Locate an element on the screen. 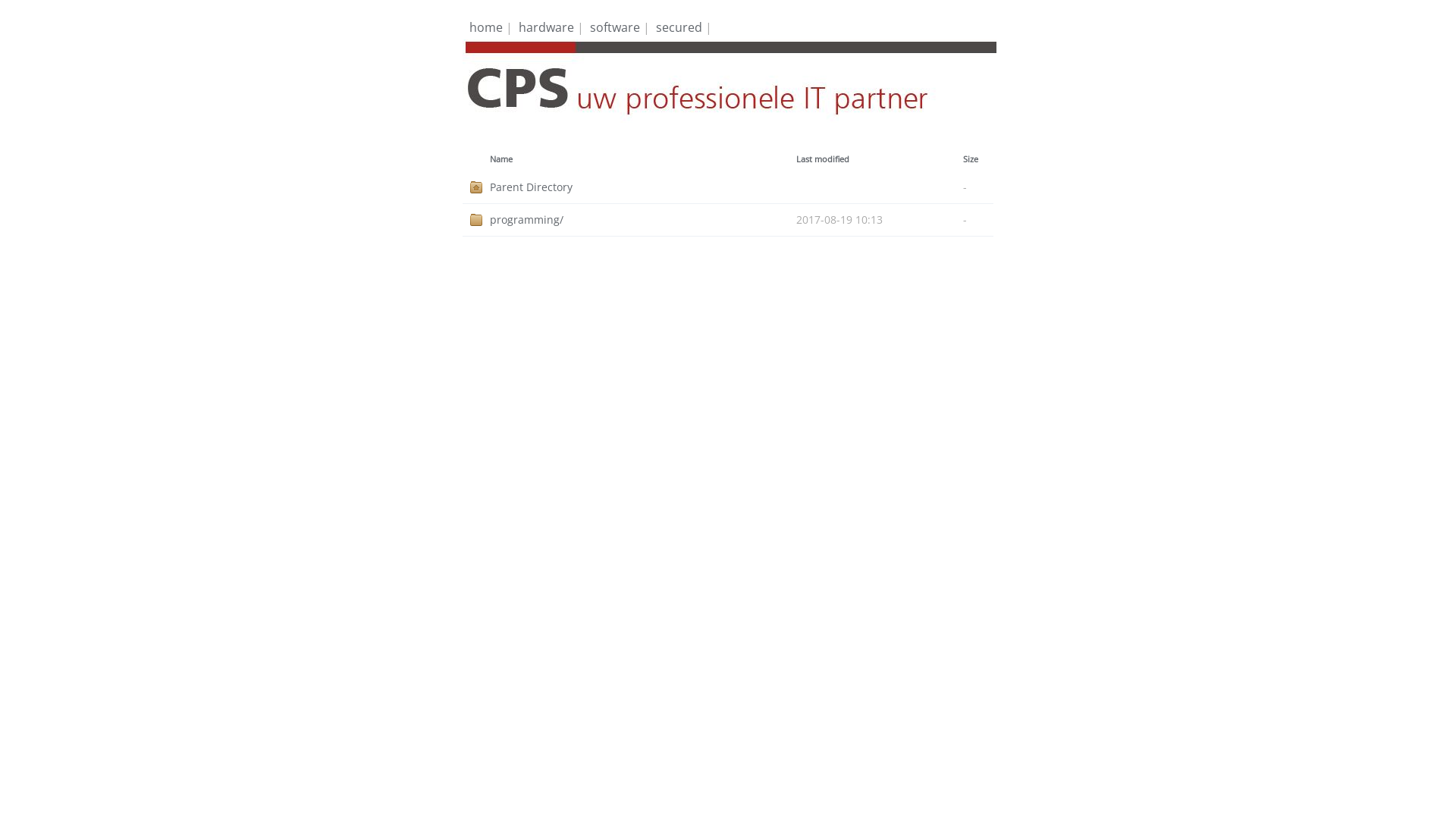  'Parent Directory' is located at coordinates (643, 186).